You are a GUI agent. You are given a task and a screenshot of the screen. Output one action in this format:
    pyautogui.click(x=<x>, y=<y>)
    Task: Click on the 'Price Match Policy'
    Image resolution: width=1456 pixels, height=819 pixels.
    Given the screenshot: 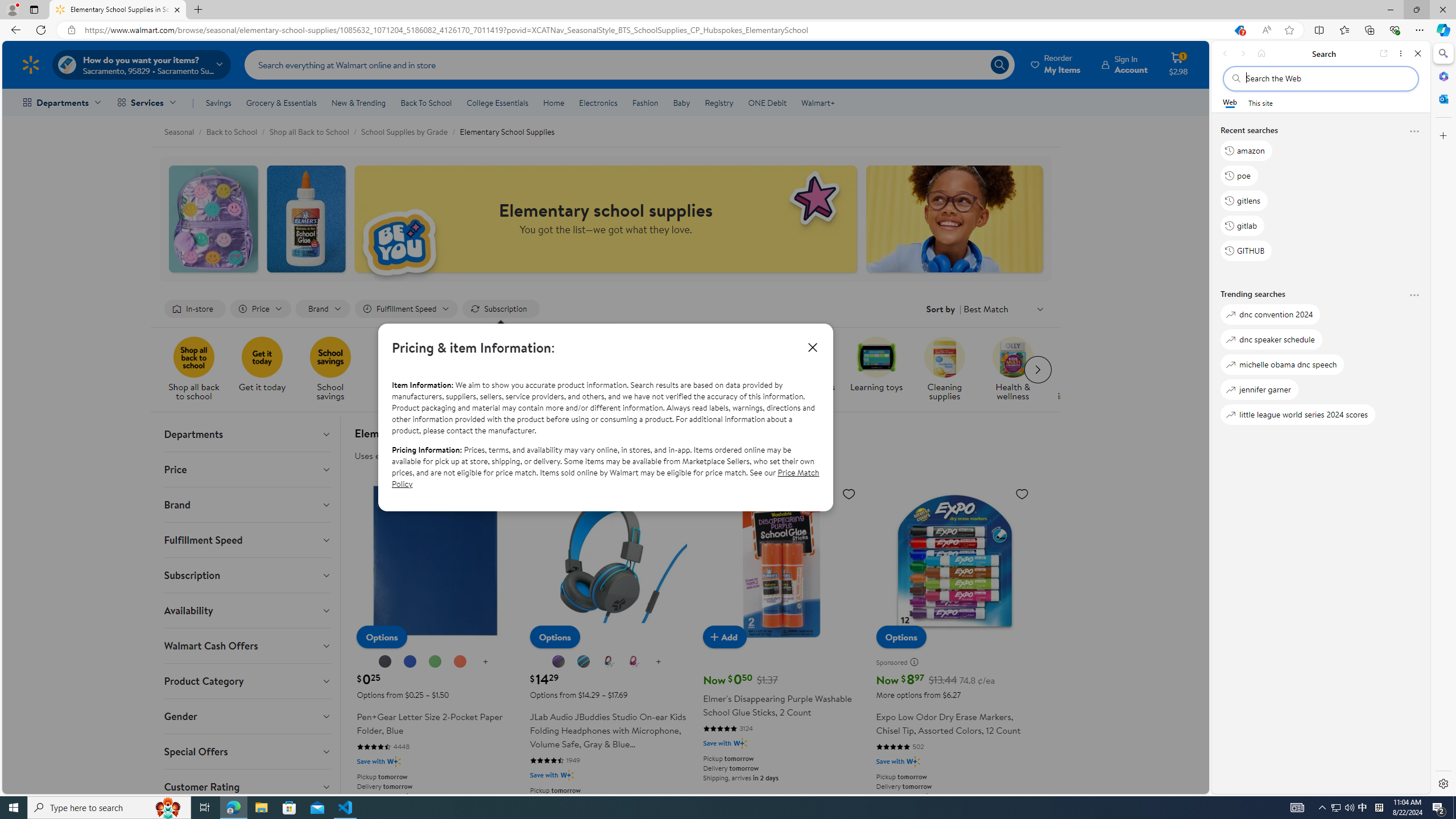 What is the action you would take?
    pyautogui.click(x=605, y=477)
    